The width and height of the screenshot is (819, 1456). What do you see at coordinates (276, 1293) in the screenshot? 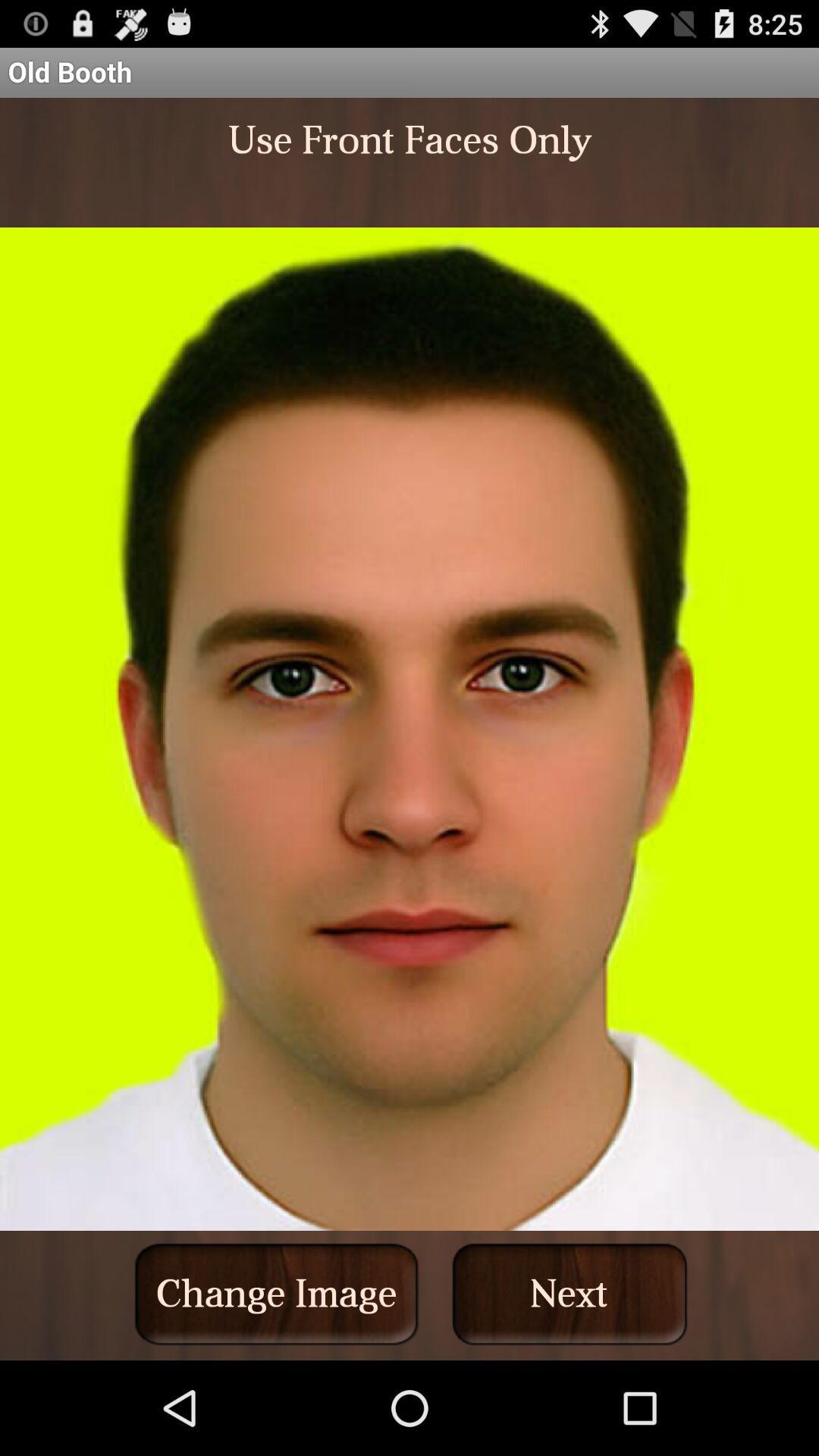
I see `the button to the left of next` at bounding box center [276, 1293].